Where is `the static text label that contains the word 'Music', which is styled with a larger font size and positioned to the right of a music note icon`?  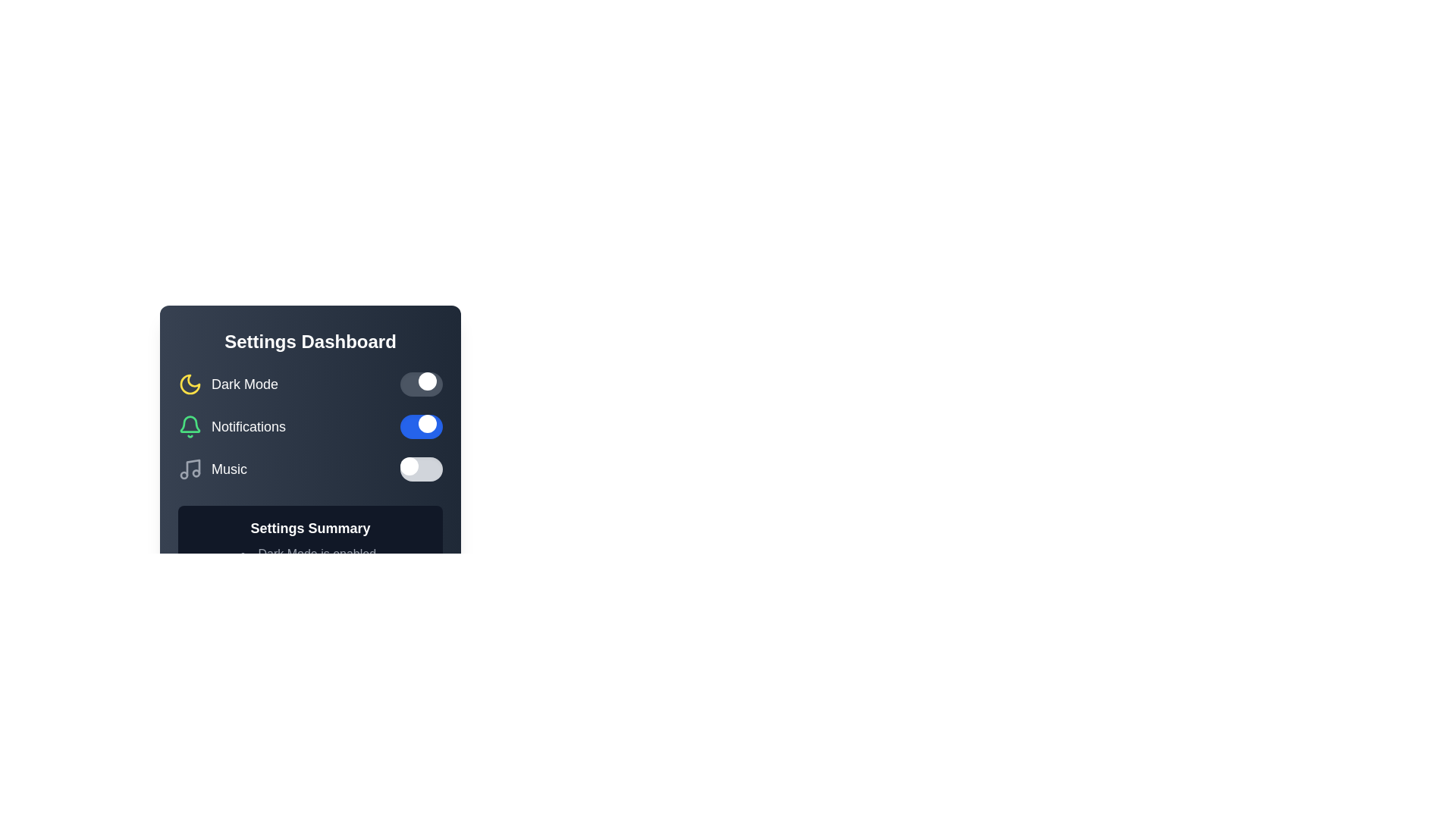
the static text label that contains the word 'Music', which is styled with a larger font size and positioned to the right of a music note icon is located at coordinates (228, 468).